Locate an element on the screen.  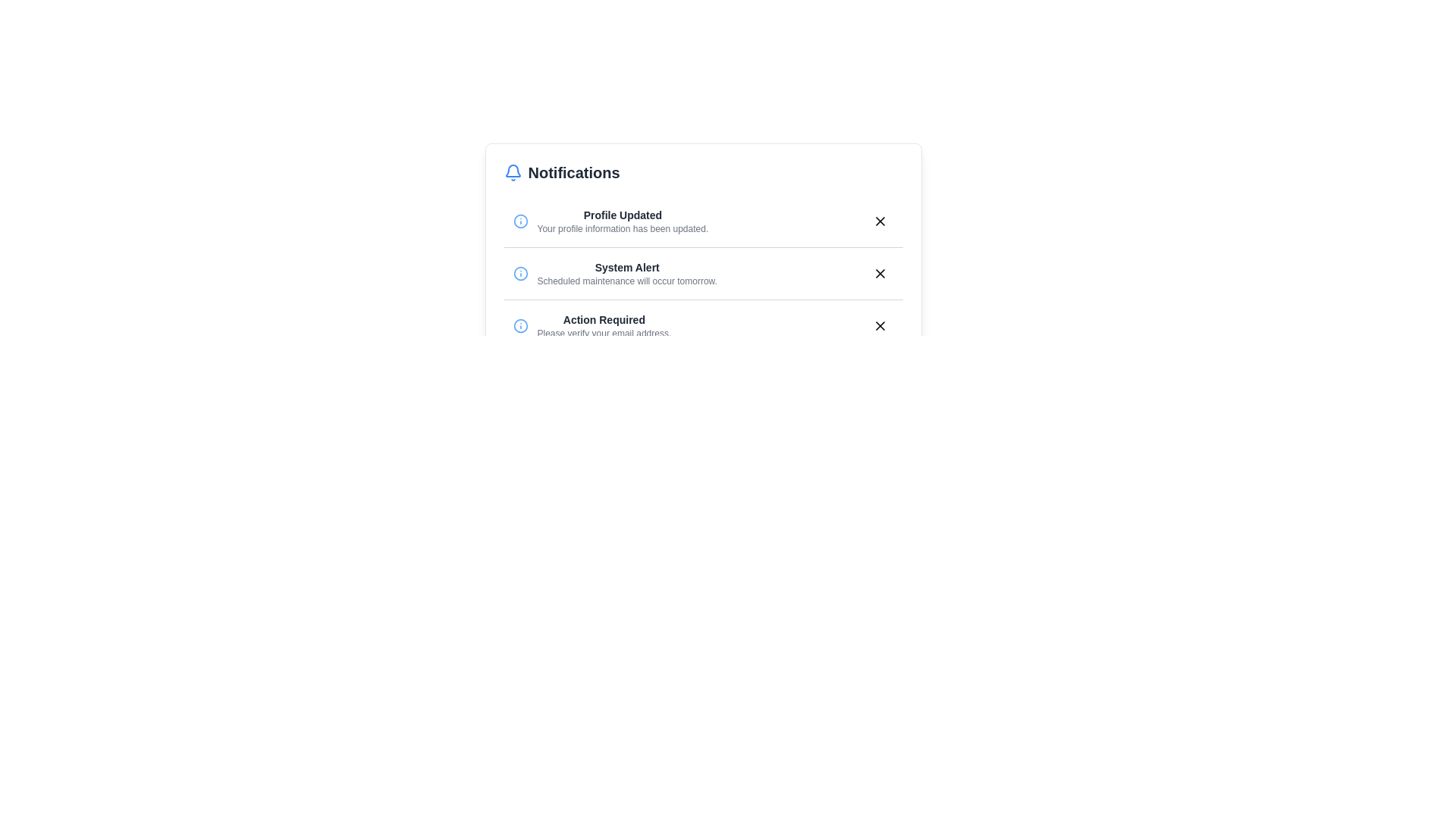
the static text label that provides supplementary information about the successful profile update, positioned below 'Profile Updated' within the notification card is located at coordinates (623, 228).